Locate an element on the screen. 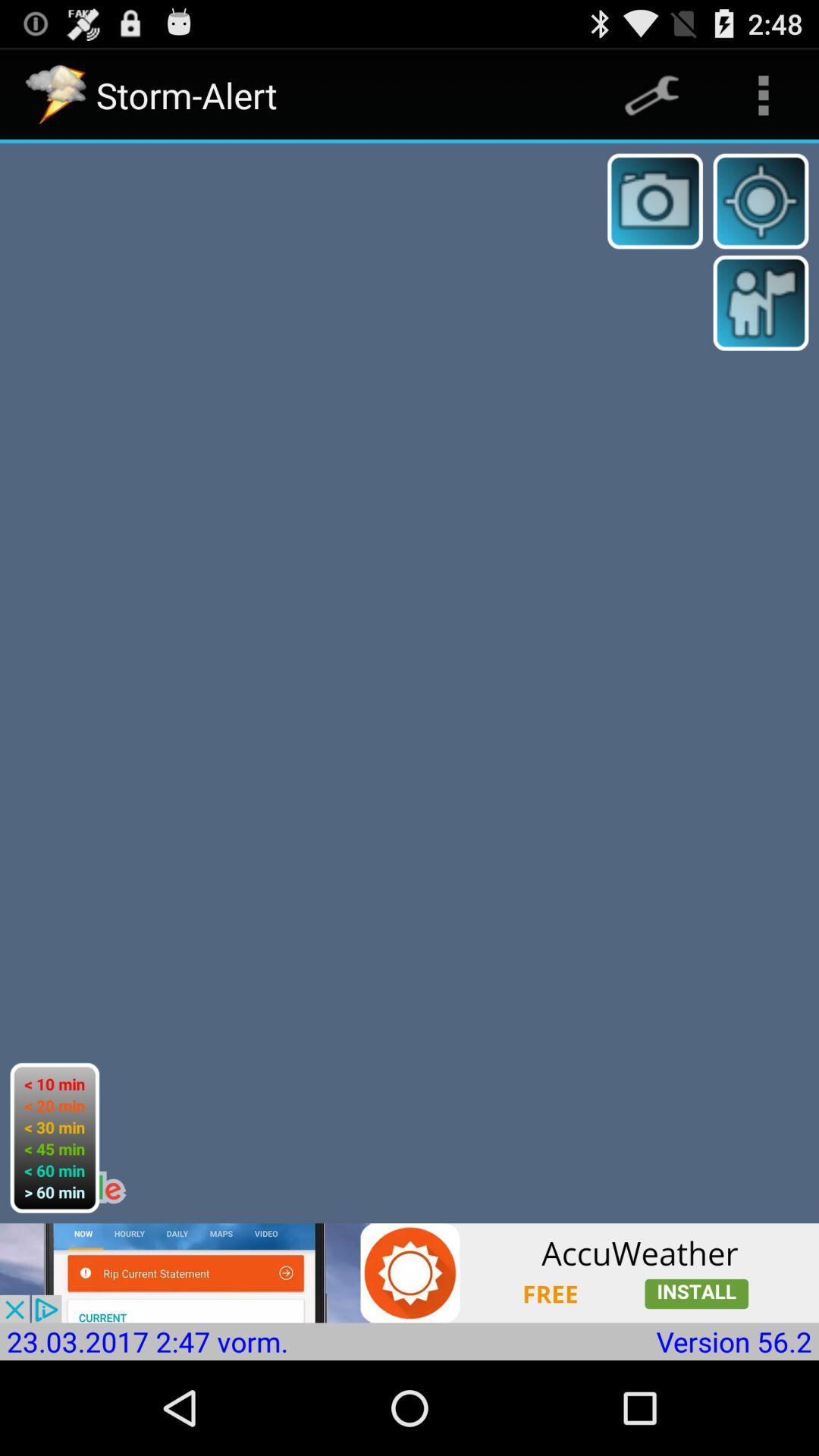 The width and height of the screenshot is (819, 1456). locate with gps is located at coordinates (761, 200).